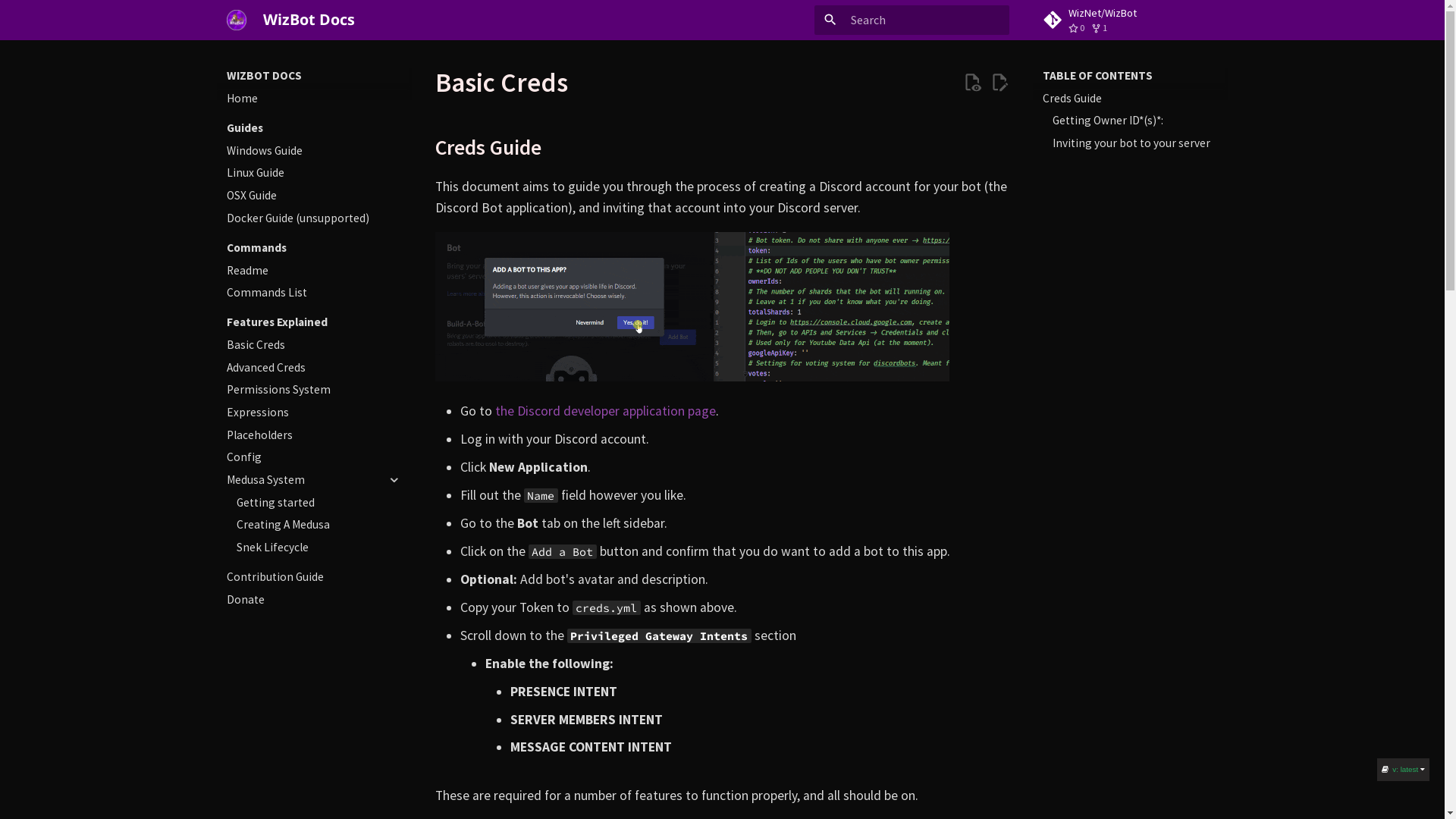  I want to click on 'Advanced Creds', so click(313, 368).